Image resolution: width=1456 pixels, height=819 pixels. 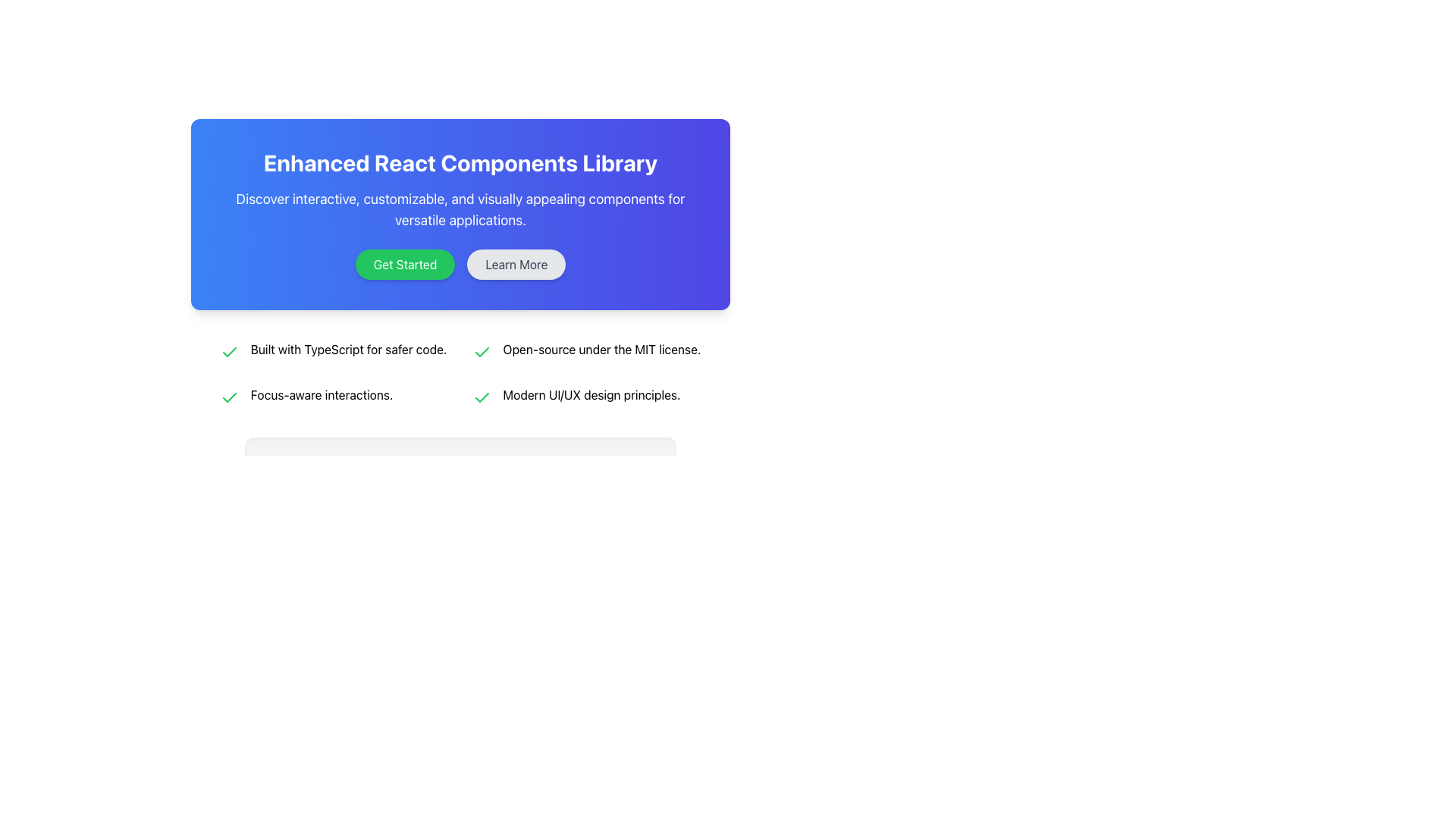 I want to click on the text element that says 'Modern UI/UX design principles', located in the lower-right area of the visible content, under the main heading, and beside a green checkmark icon, so click(x=591, y=394).